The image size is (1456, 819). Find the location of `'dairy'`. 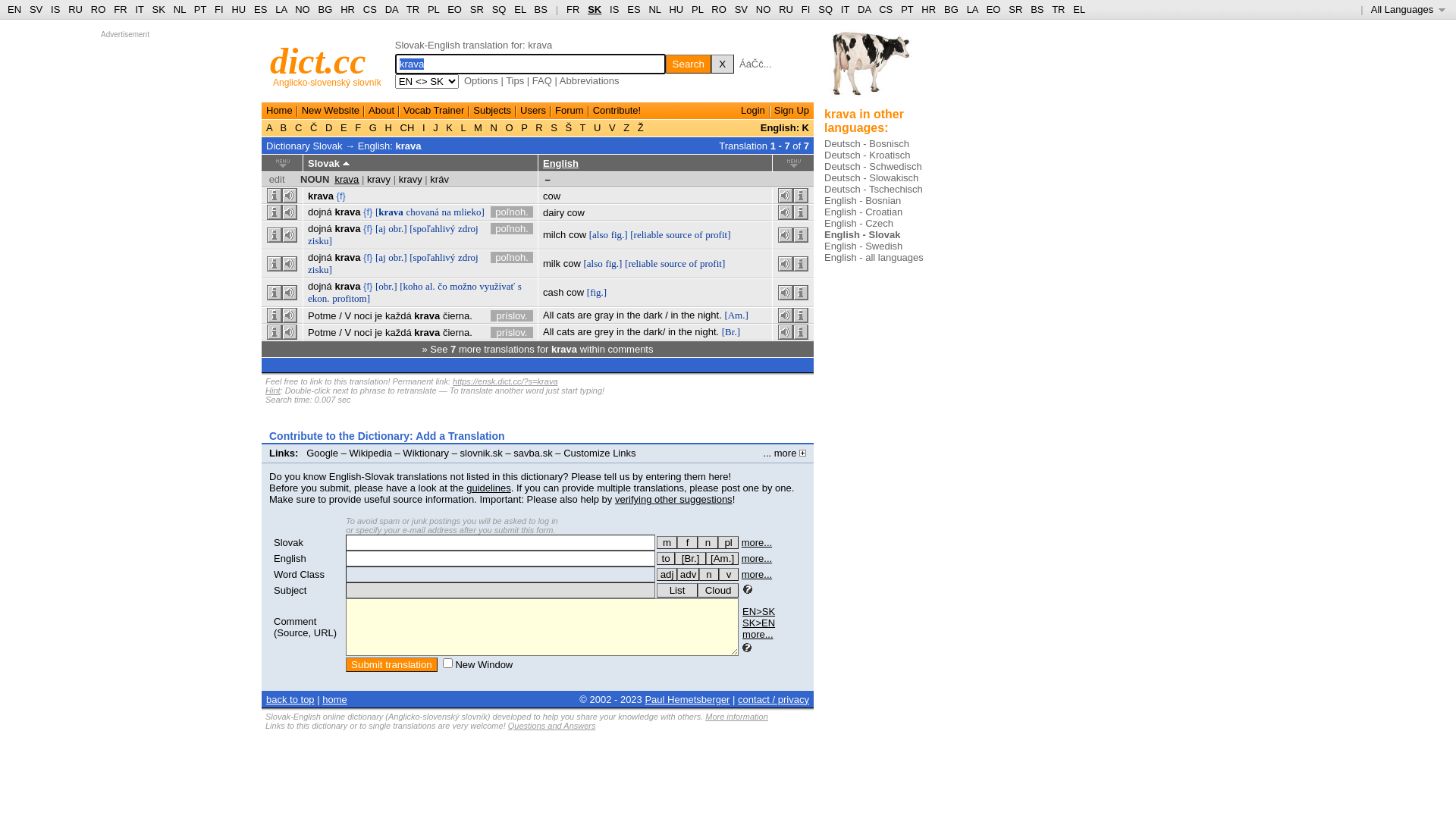

'dairy' is located at coordinates (552, 212).